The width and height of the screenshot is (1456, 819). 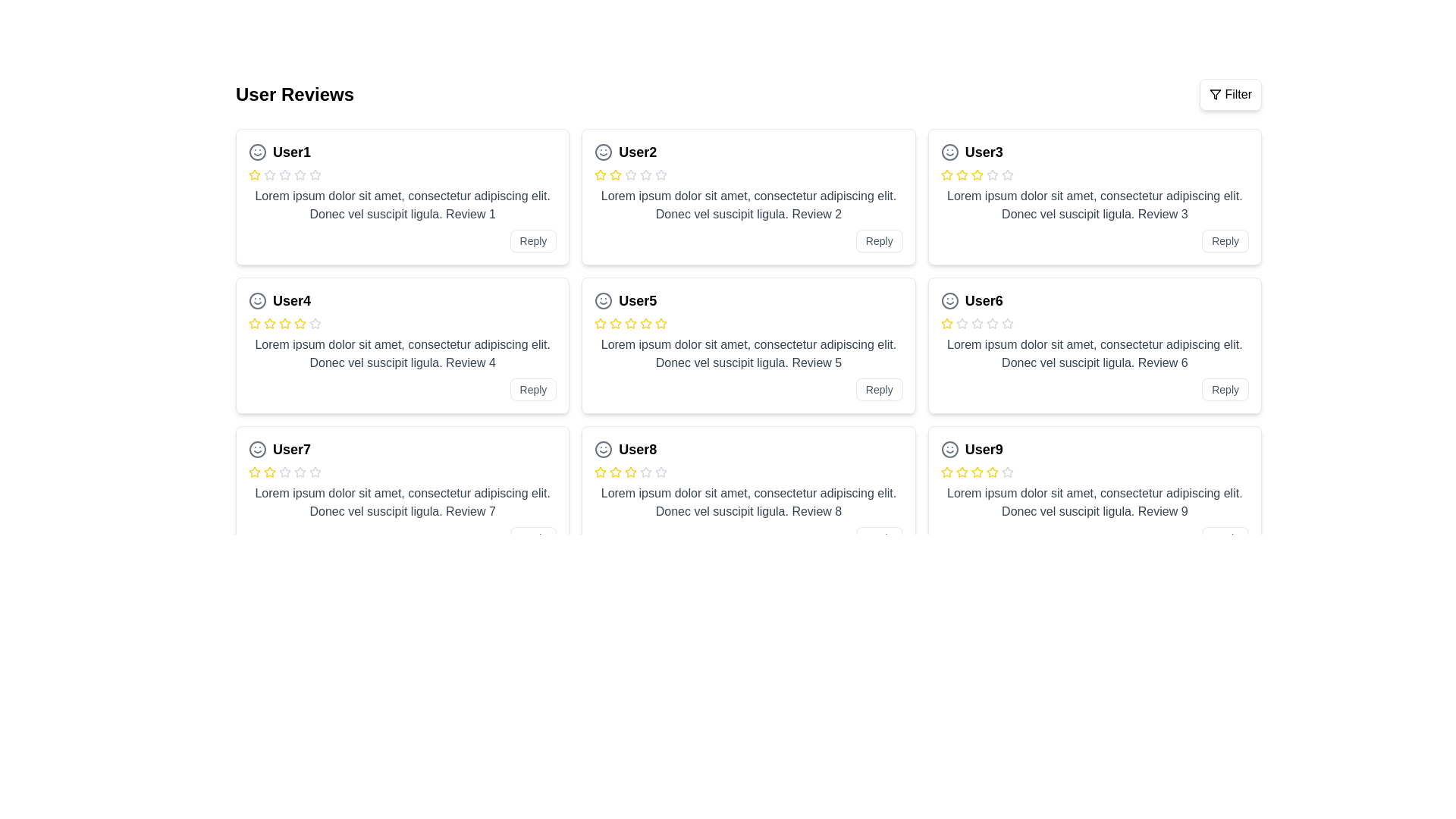 What do you see at coordinates (1094, 205) in the screenshot?
I see `feedback content from the text block located in the review card for user 'User3', positioned below the user identifier and rating stars, and above the reply button` at bounding box center [1094, 205].